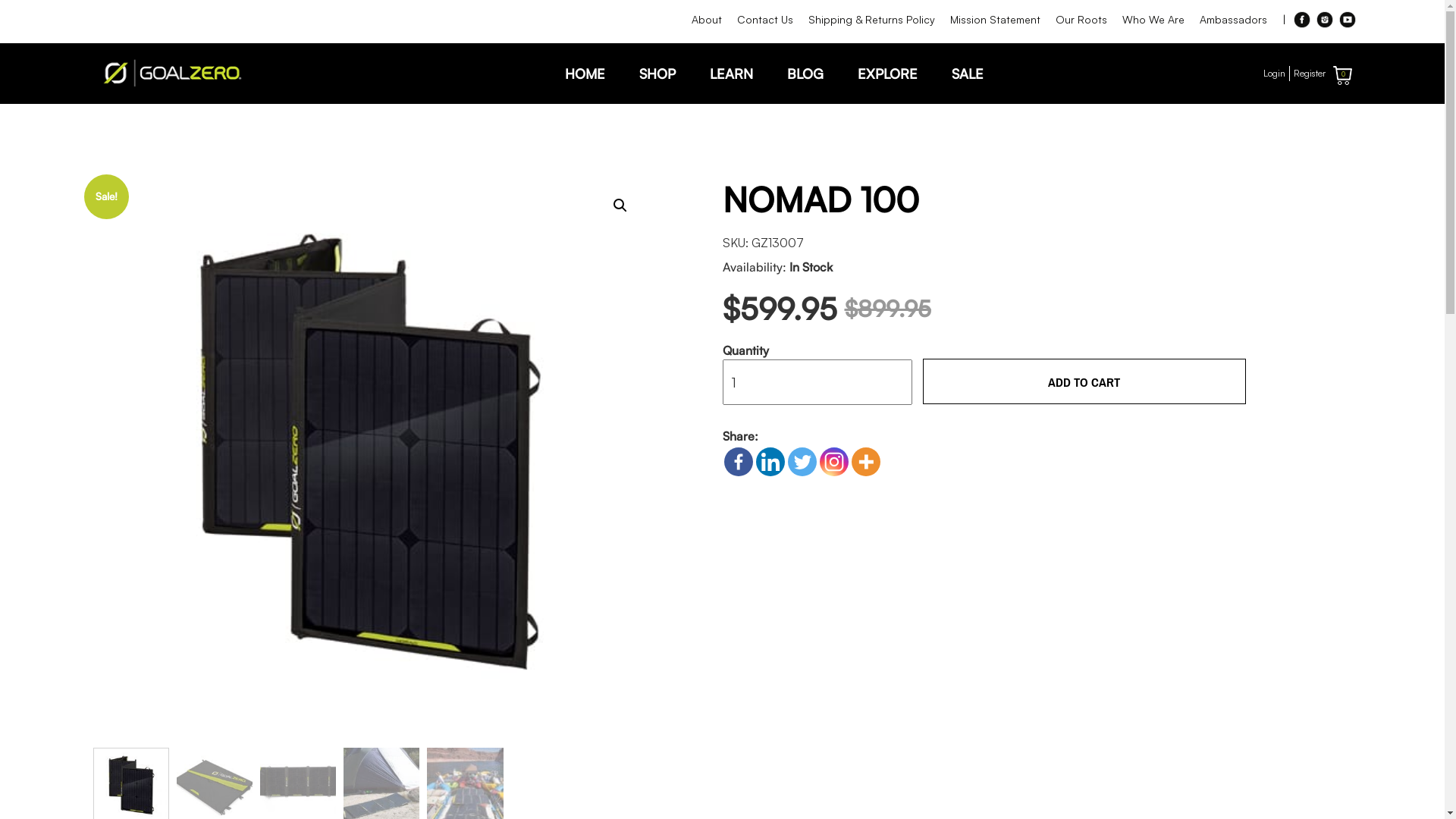 The height and width of the screenshot is (819, 1456). Describe the element at coordinates (1342, 75) in the screenshot. I see `'0'` at that location.